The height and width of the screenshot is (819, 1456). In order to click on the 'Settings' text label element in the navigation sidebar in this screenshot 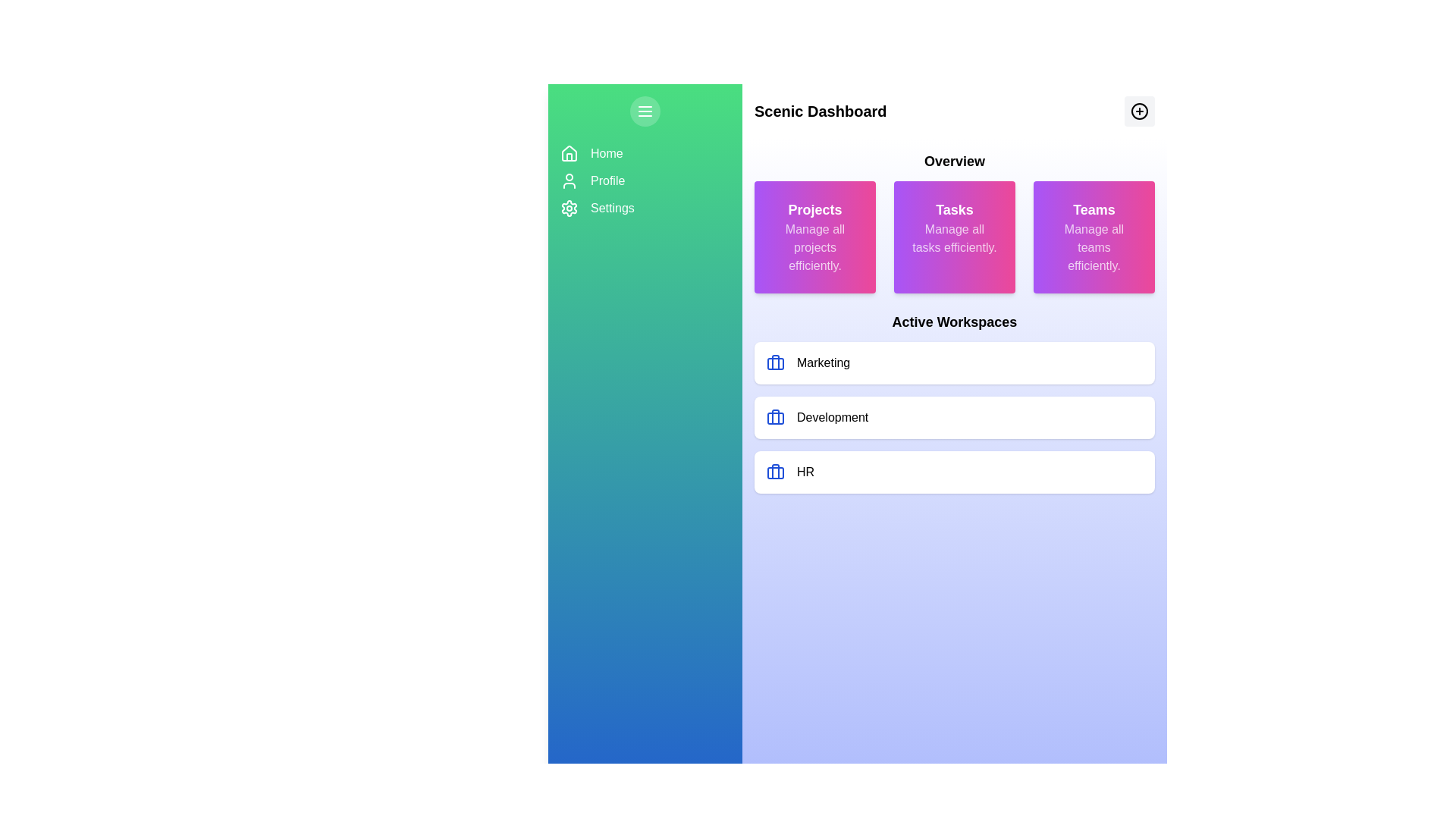, I will do `click(612, 208)`.